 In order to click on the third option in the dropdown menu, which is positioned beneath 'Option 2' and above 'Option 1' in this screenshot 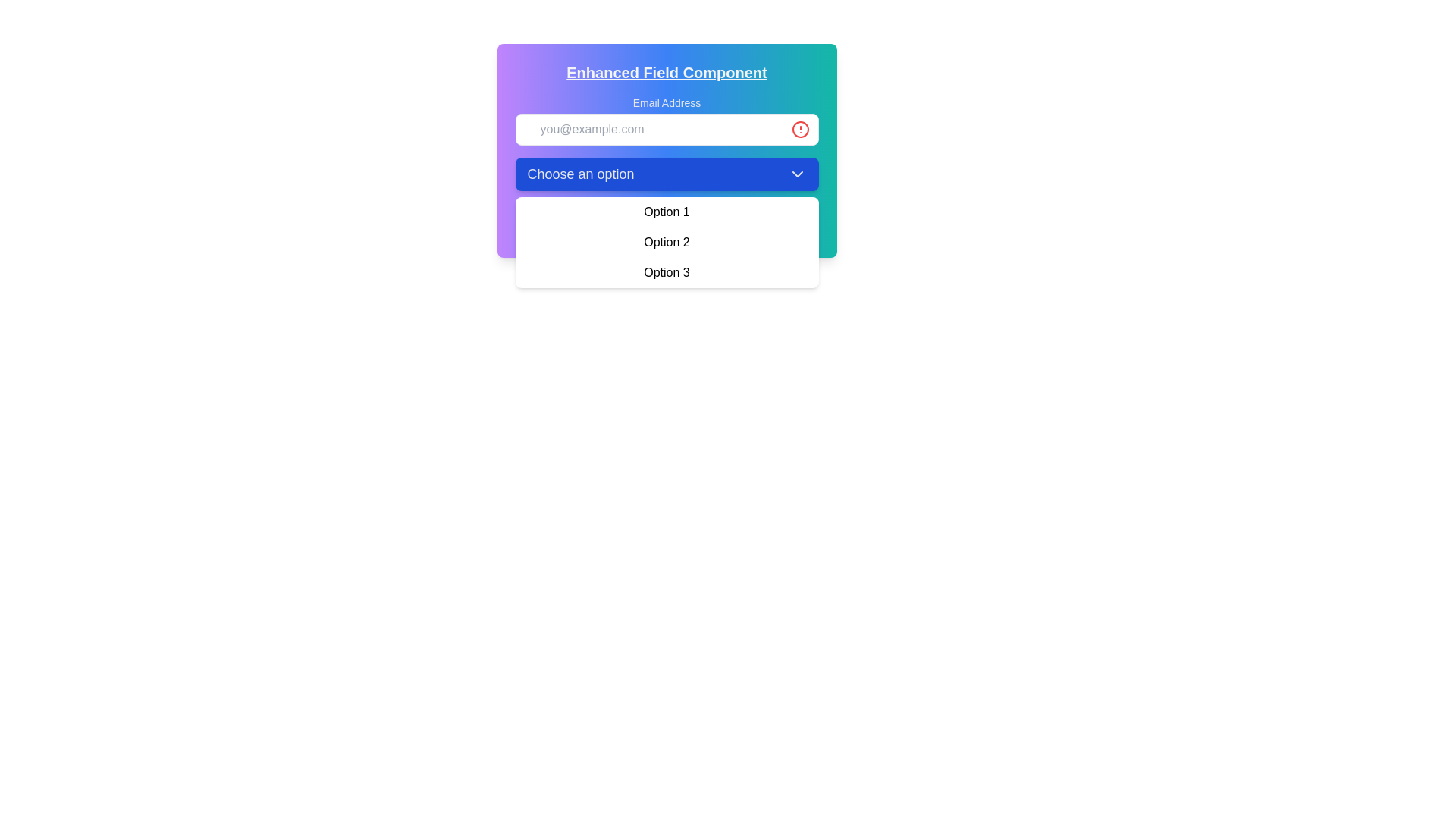, I will do `click(667, 271)`.